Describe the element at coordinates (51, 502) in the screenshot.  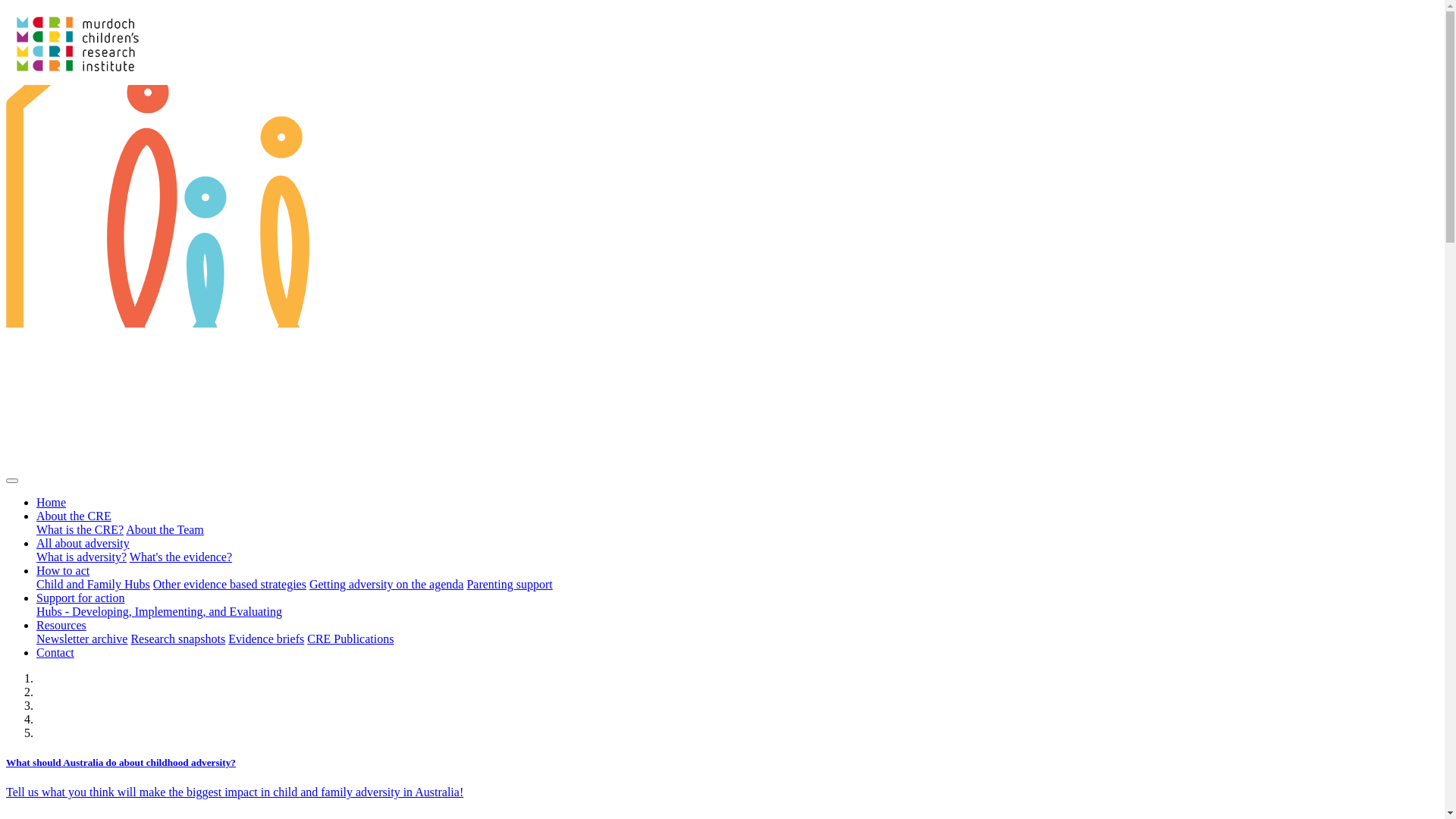
I see `'Home'` at that location.